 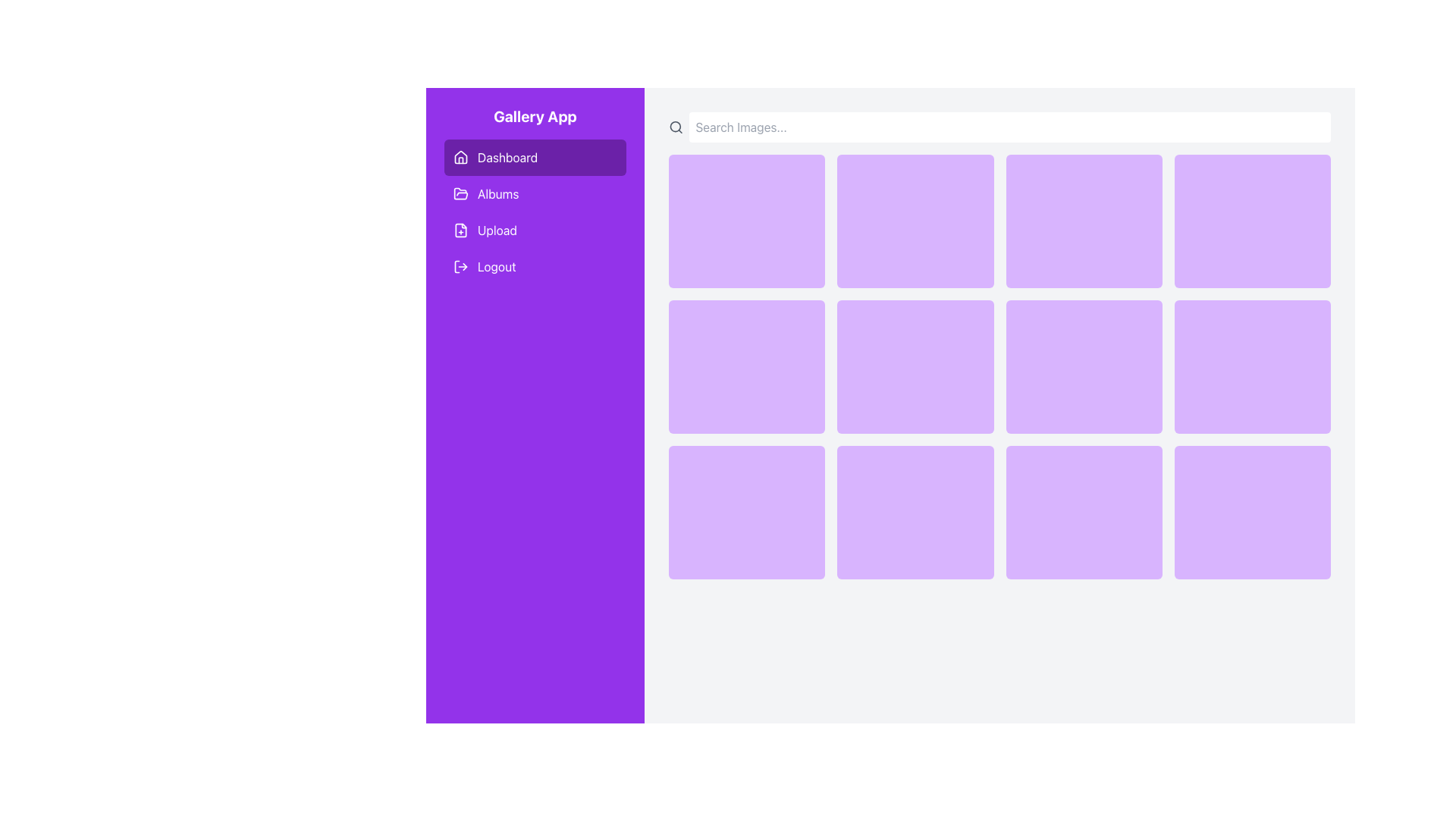 What do you see at coordinates (498, 193) in the screenshot?
I see `the static text label displaying 'Albums' in the vertical navigation bar on the left side of the application` at bounding box center [498, 193].